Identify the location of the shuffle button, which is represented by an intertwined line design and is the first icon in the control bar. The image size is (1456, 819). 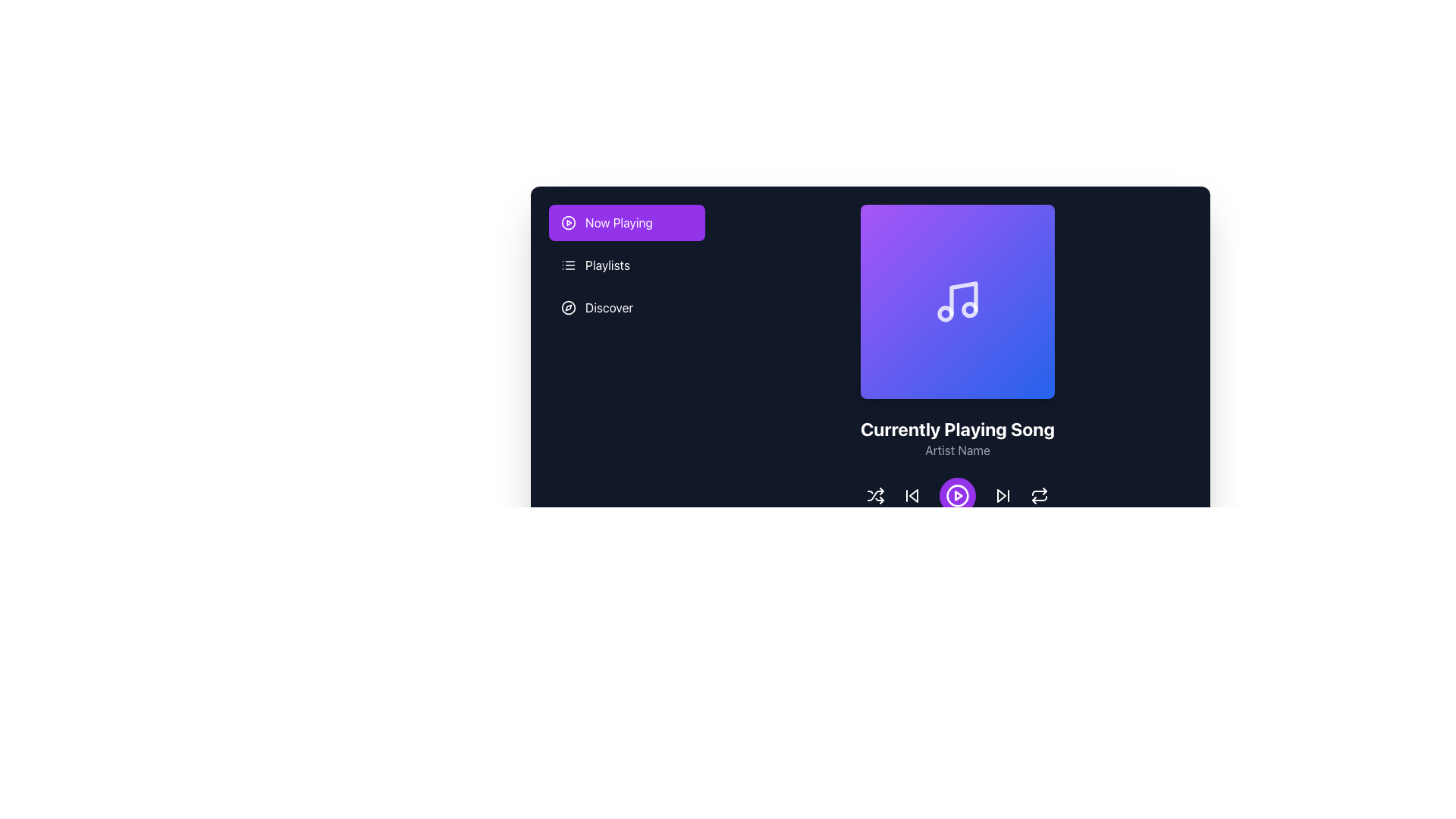
(876, 496).